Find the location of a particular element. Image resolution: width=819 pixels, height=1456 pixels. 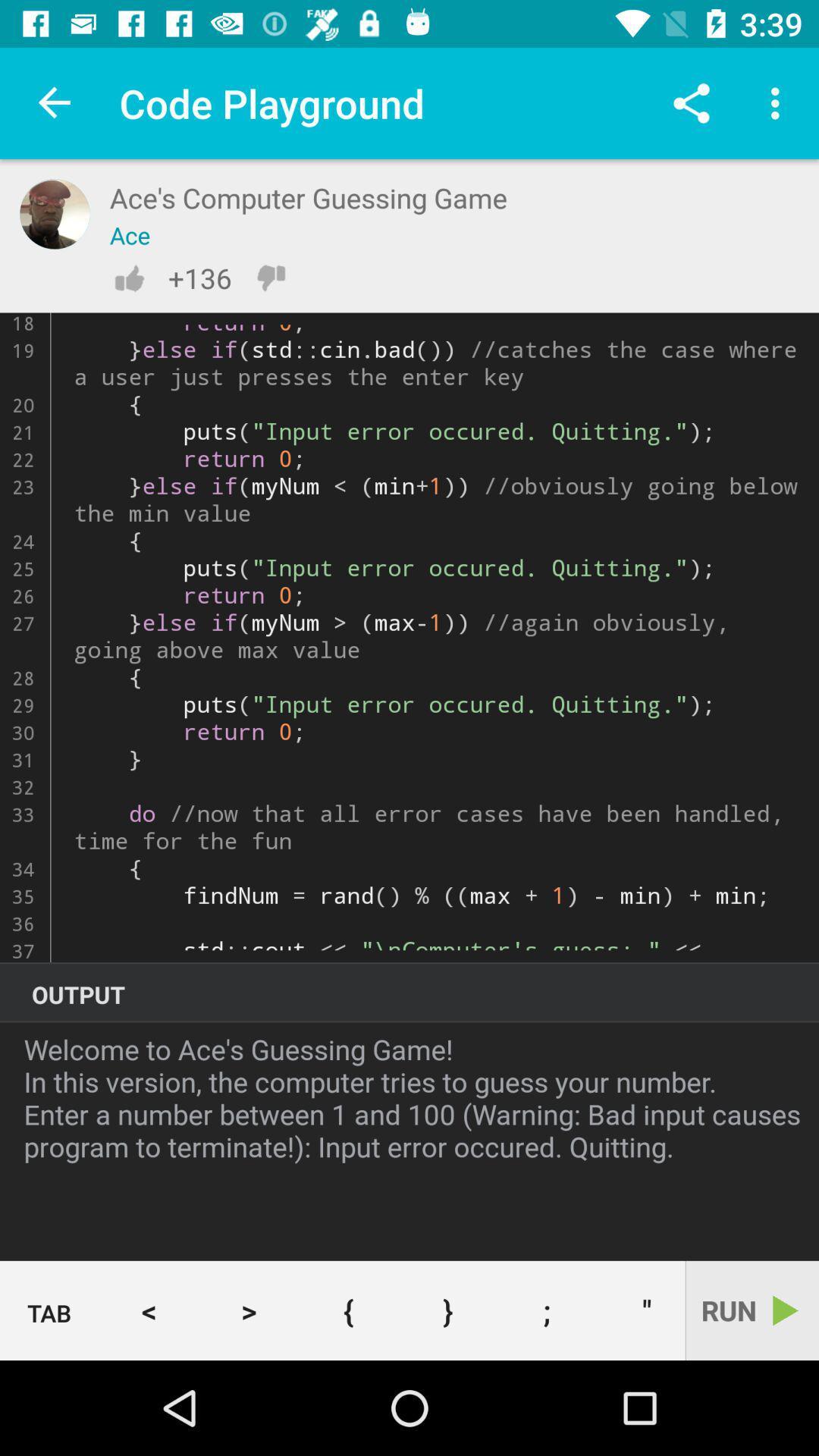

dislike the article is located at coordinates (270, 278).